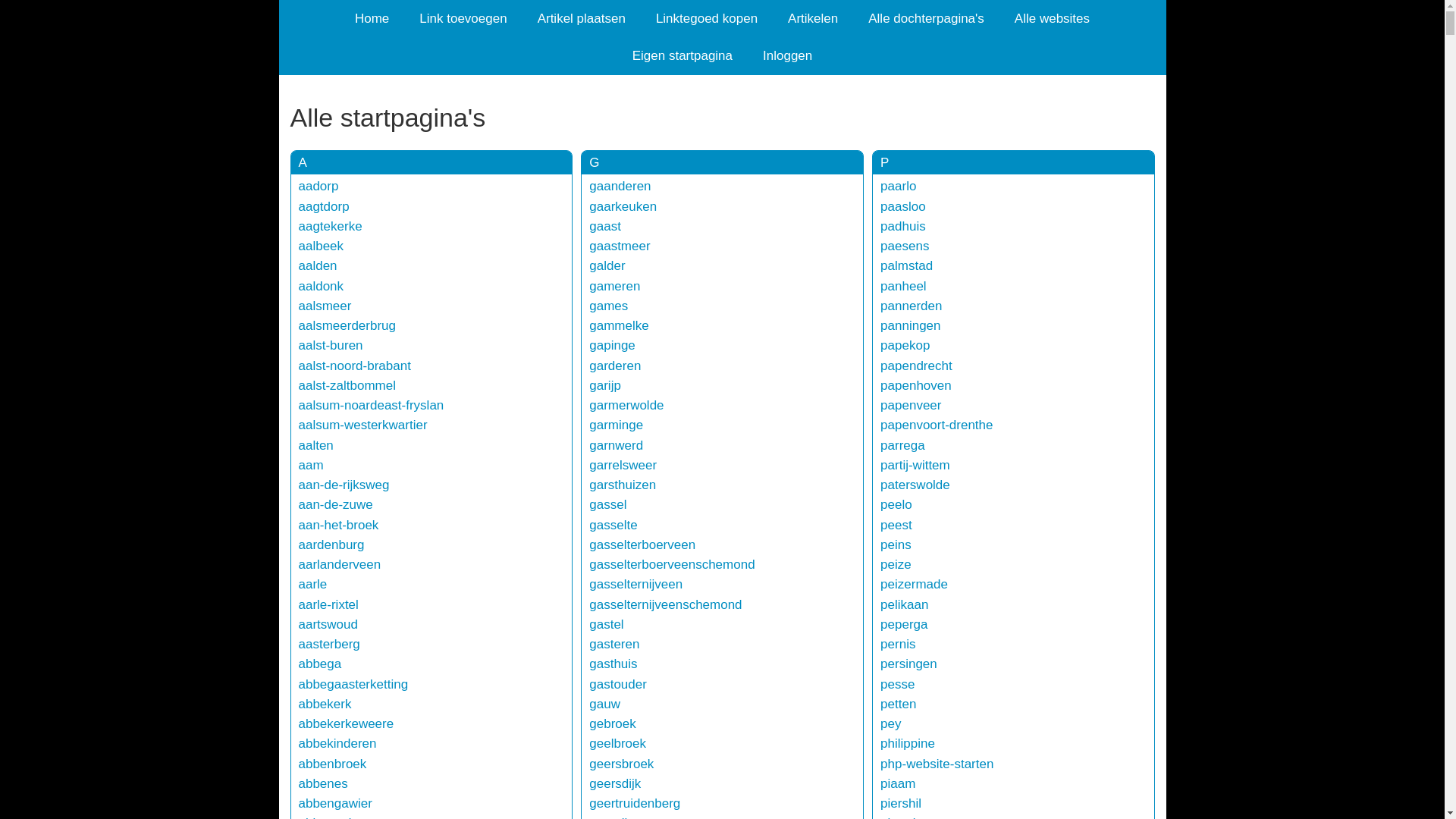 The height and width of the screenshot is (819, 1456). What do you see at coordinates (925, 18) in the screenshot?
I see `'Alle dochterpagina's'` at bounding box center [925, 18].